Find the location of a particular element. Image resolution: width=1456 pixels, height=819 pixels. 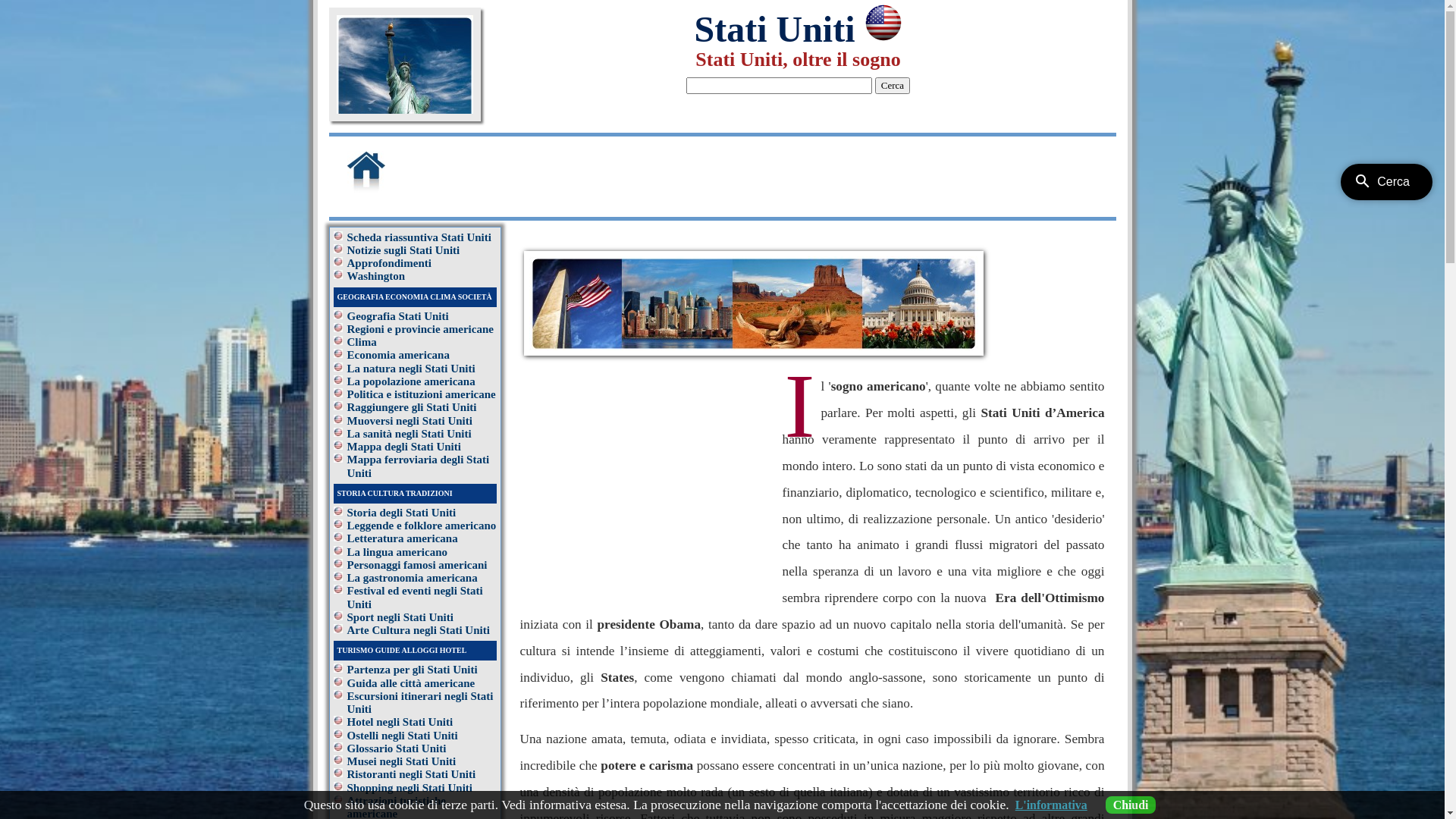

'Advertisement' is located at coordinates (648, 479).